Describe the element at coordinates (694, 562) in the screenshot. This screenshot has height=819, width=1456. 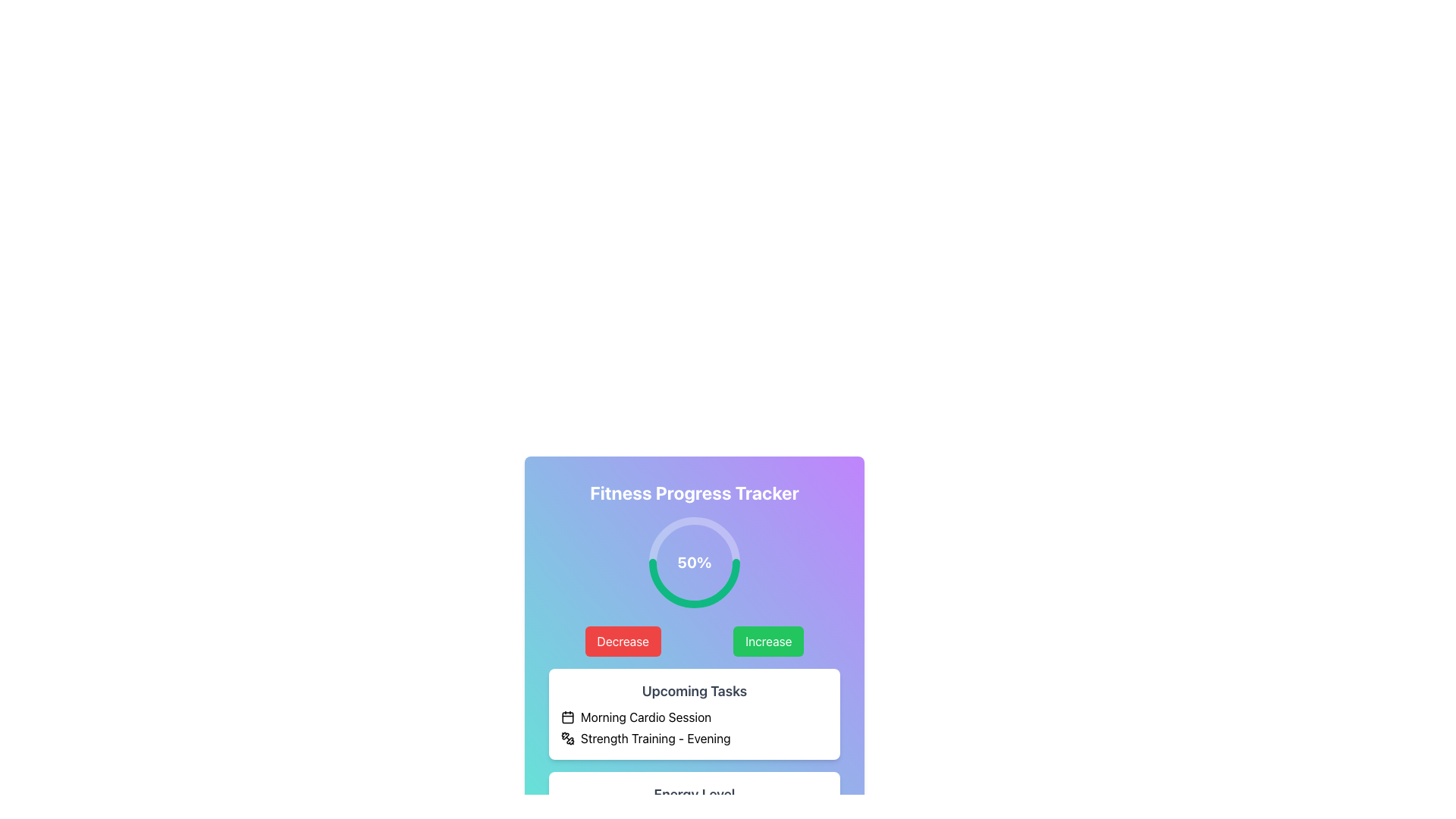
I see `the Progress Indicator (Circular Gauge) that visually represents fitness completion percentage, located at the center of the 'Fitness Progress Tracker' card component` at that location.